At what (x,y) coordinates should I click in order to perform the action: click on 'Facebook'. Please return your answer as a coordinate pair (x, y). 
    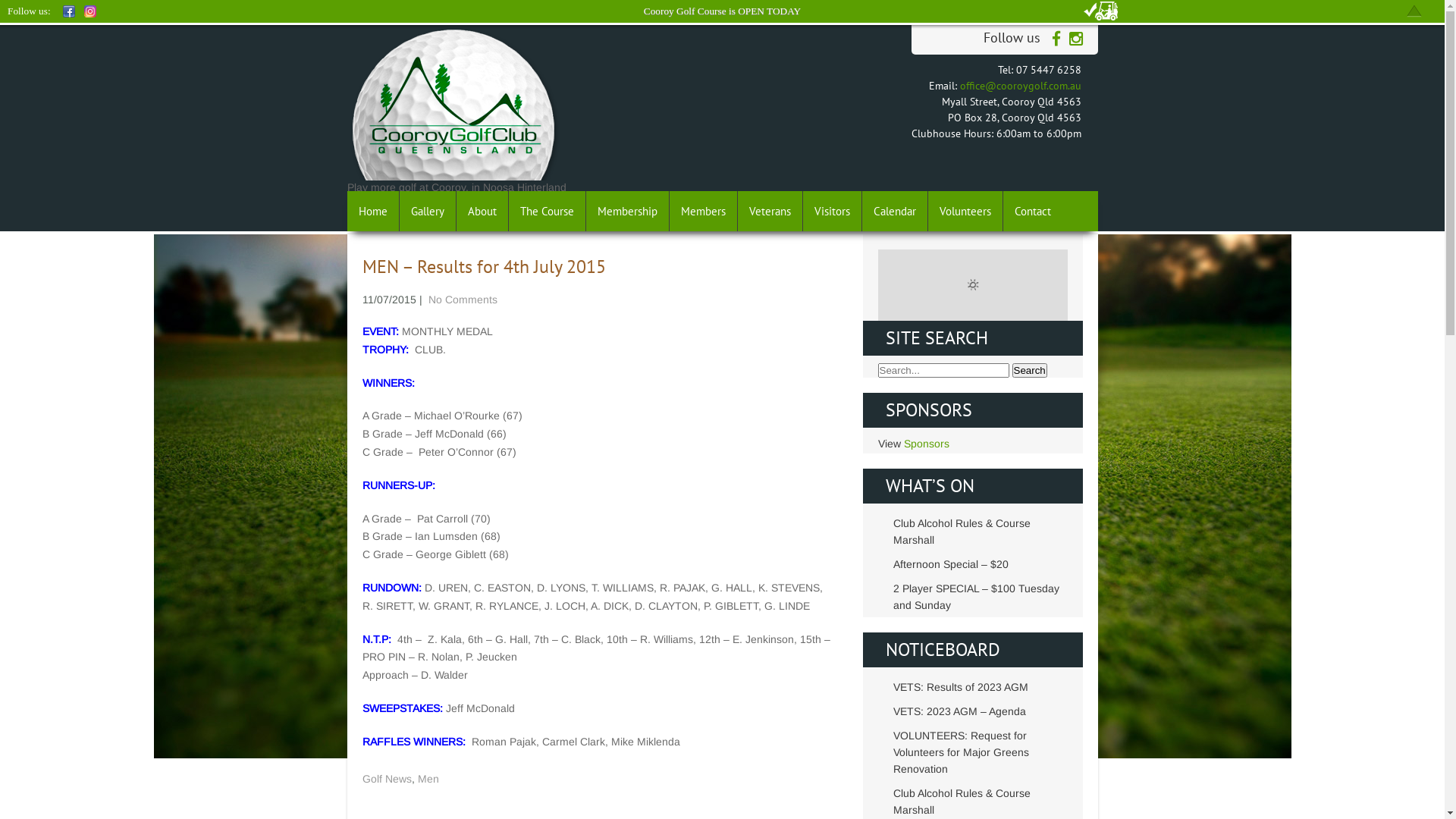
    Looking at the image, I should click on (68, 11).